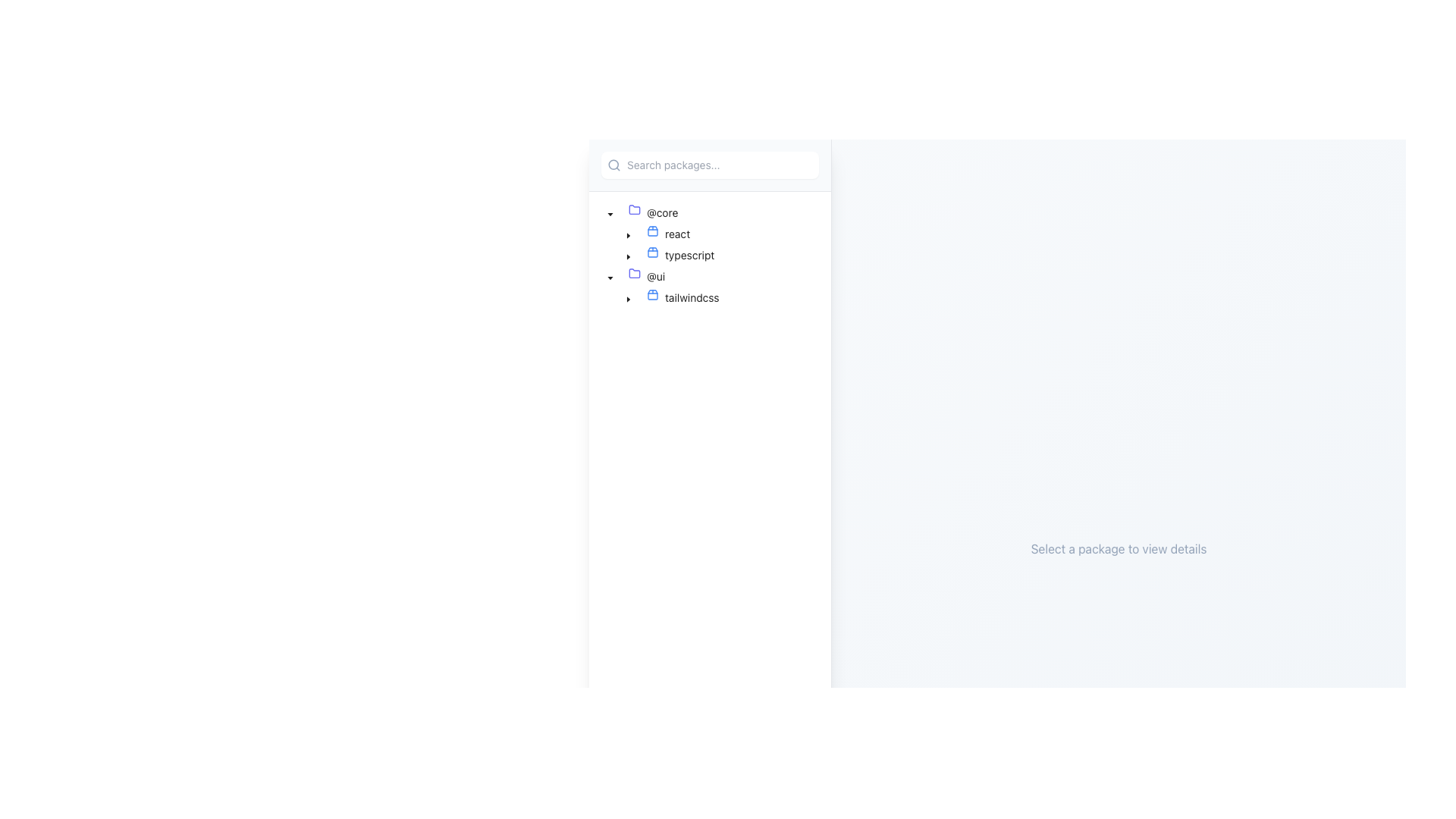  Describe the element at coordinates (610, 298) in the screenshot. I see `the Indent marker in the treeview hierarchy under the '@ui' section, which precedes the 'tailwindcss' node` at that location.